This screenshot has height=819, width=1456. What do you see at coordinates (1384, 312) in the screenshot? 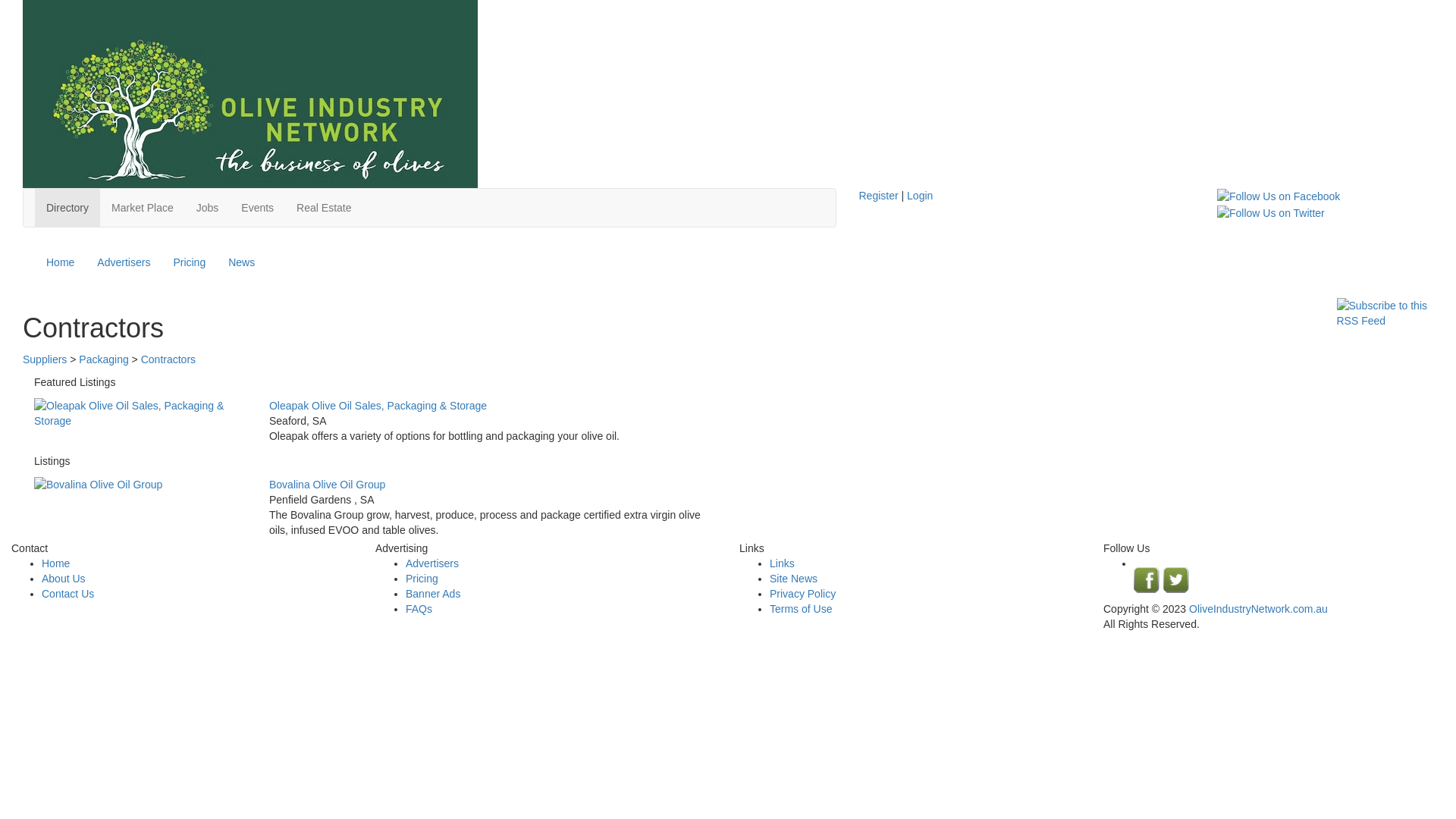
I see `'Subscribe to this RSS Feed'` at bounding box center [1384, 312].